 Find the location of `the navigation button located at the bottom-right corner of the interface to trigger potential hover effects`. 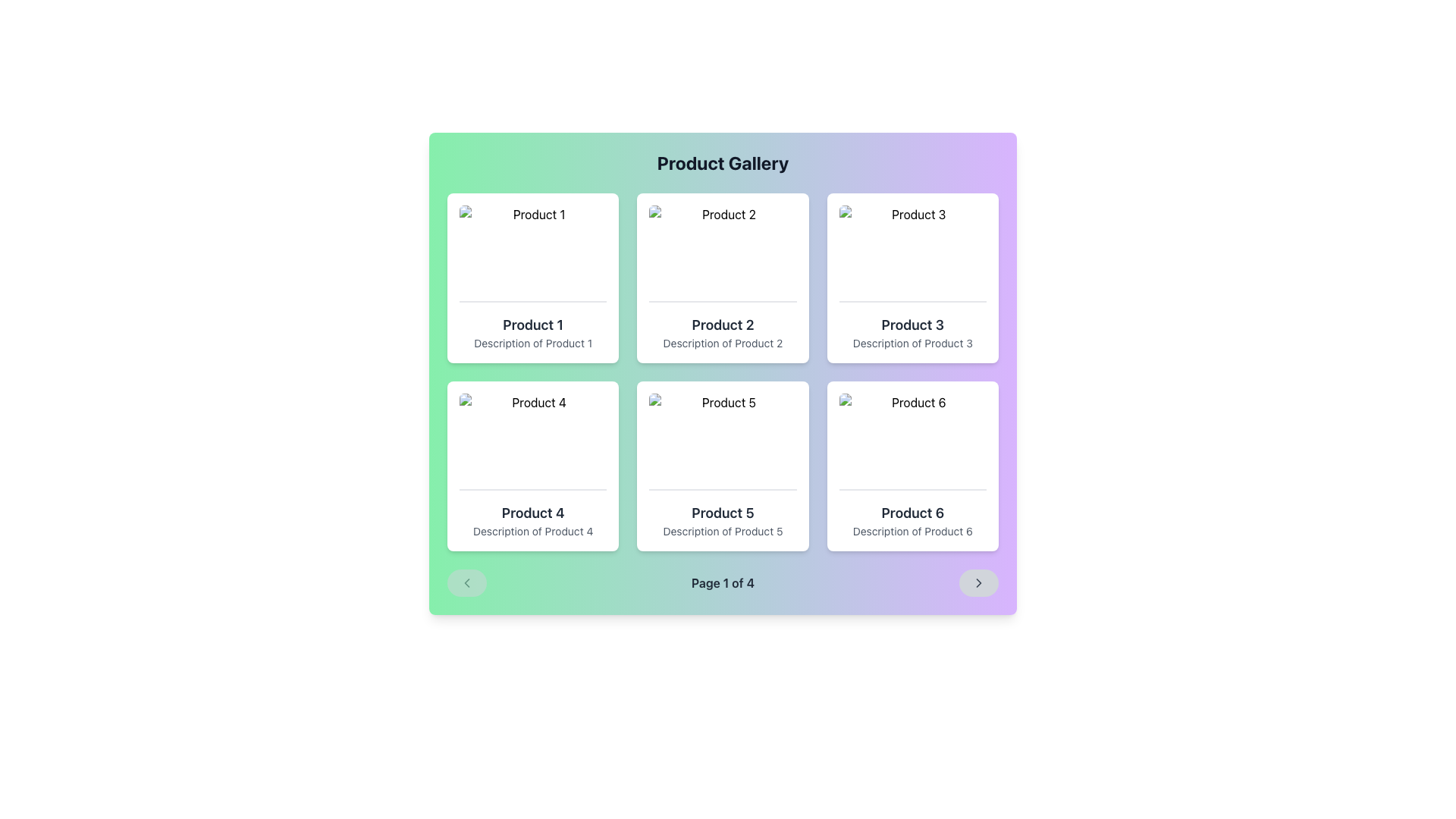

the navigation button located at the bottom-right corner of the interface to trigger potential hover effects is located at coordinates (979, 582).